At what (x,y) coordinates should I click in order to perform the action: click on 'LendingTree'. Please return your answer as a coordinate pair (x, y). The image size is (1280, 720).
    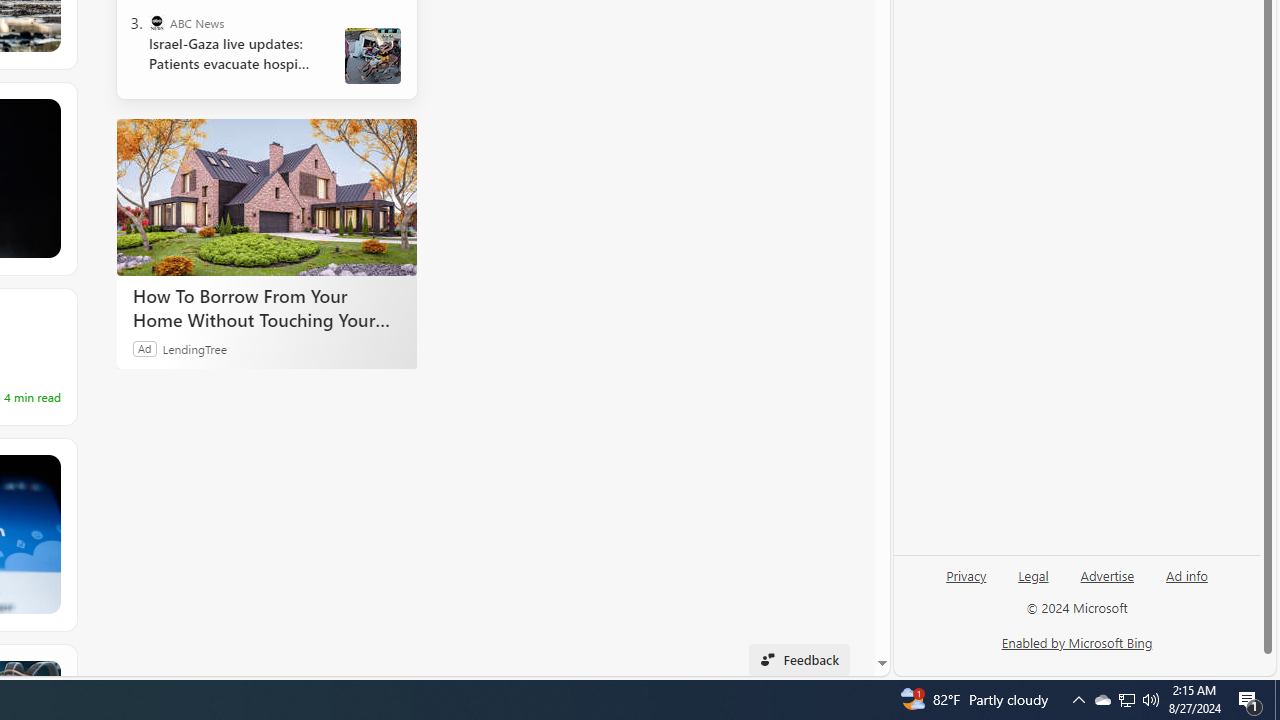
    Looking at the image, I should click on (195, 347).